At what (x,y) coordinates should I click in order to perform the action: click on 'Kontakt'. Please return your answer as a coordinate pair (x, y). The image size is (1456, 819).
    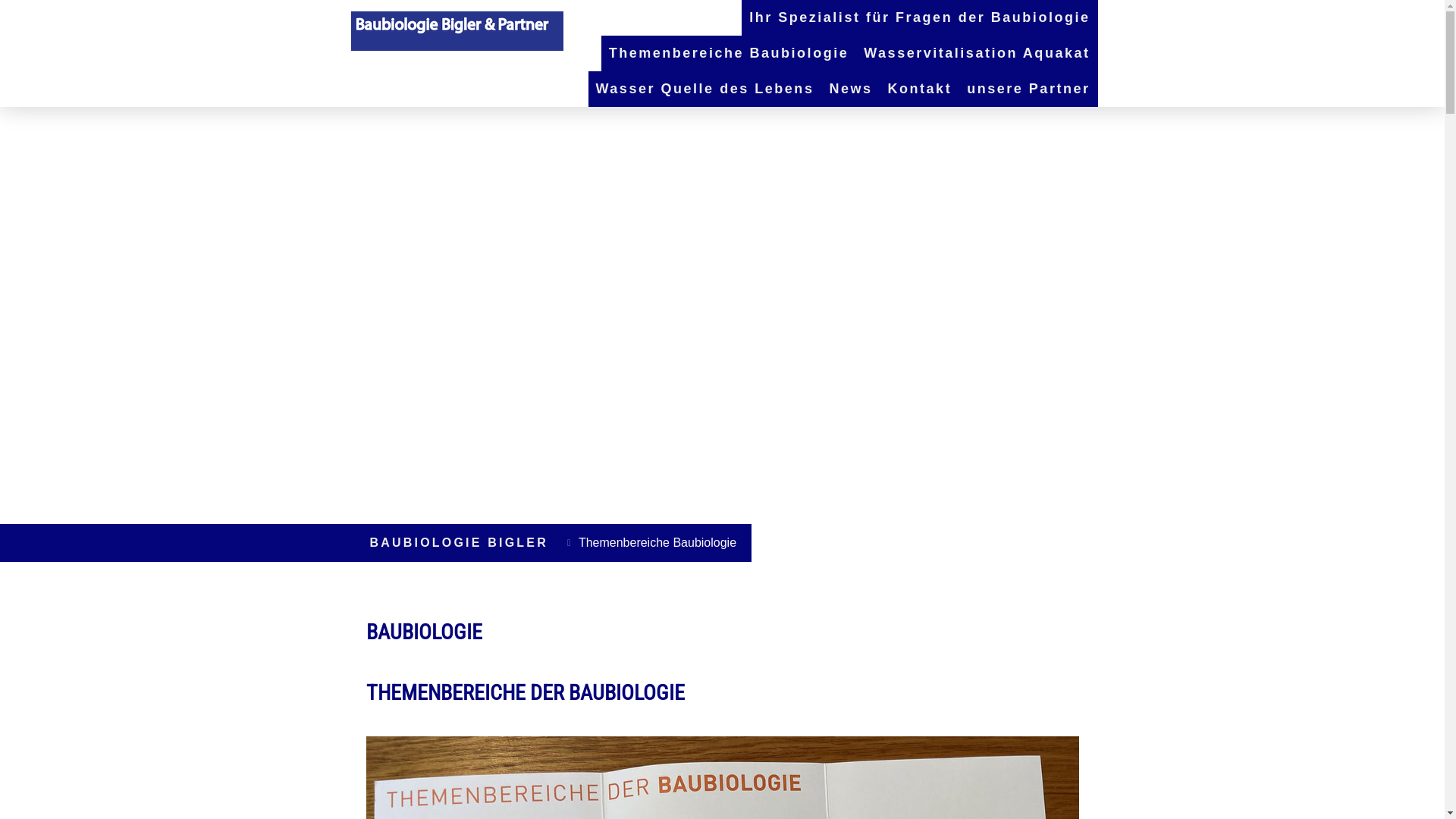
    Looking at the image, I should click on (880, 89).